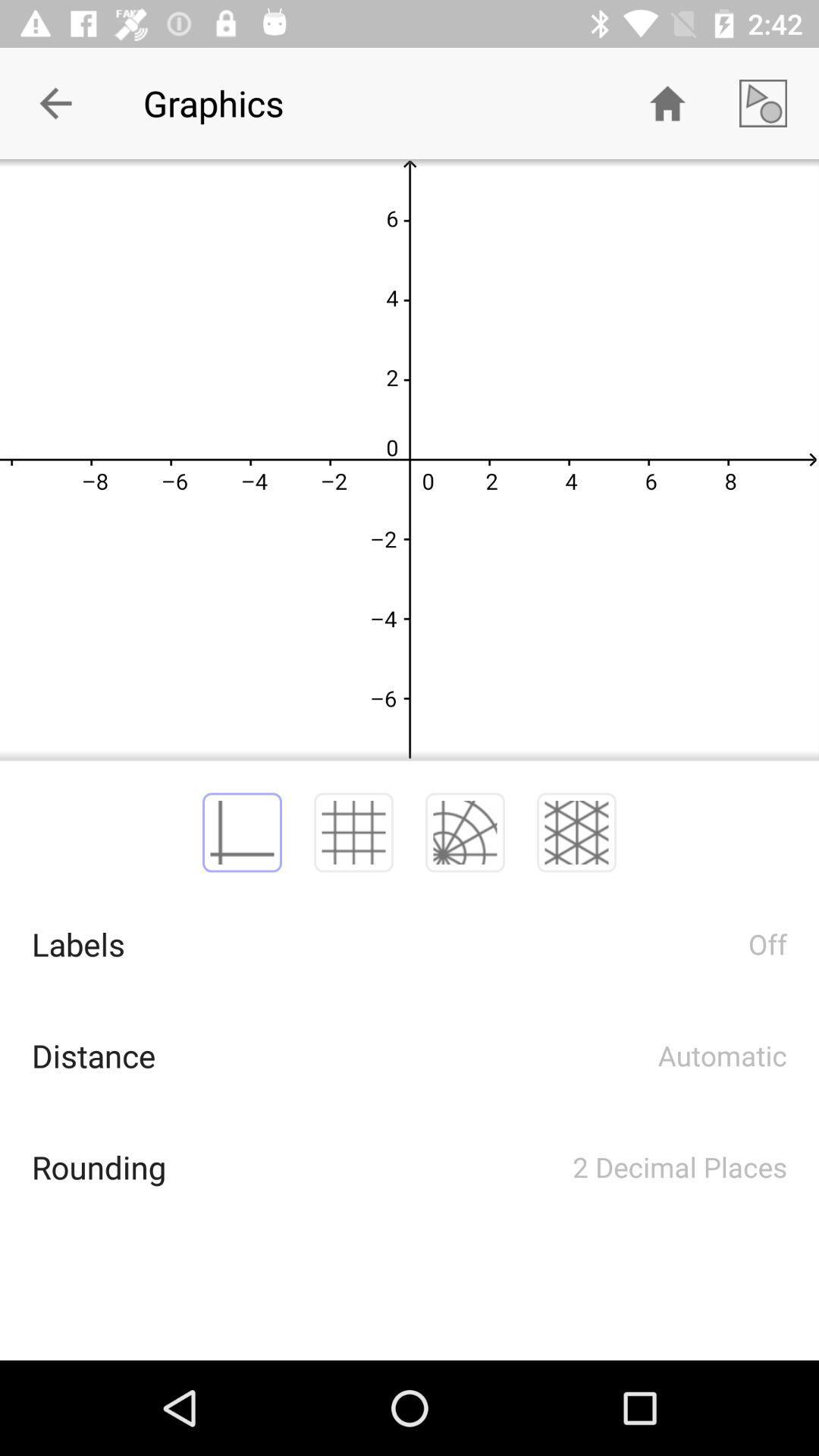 This screenshot has height=1456, width=819. I want to click on the perpendicular axis line, so click(241, 832).